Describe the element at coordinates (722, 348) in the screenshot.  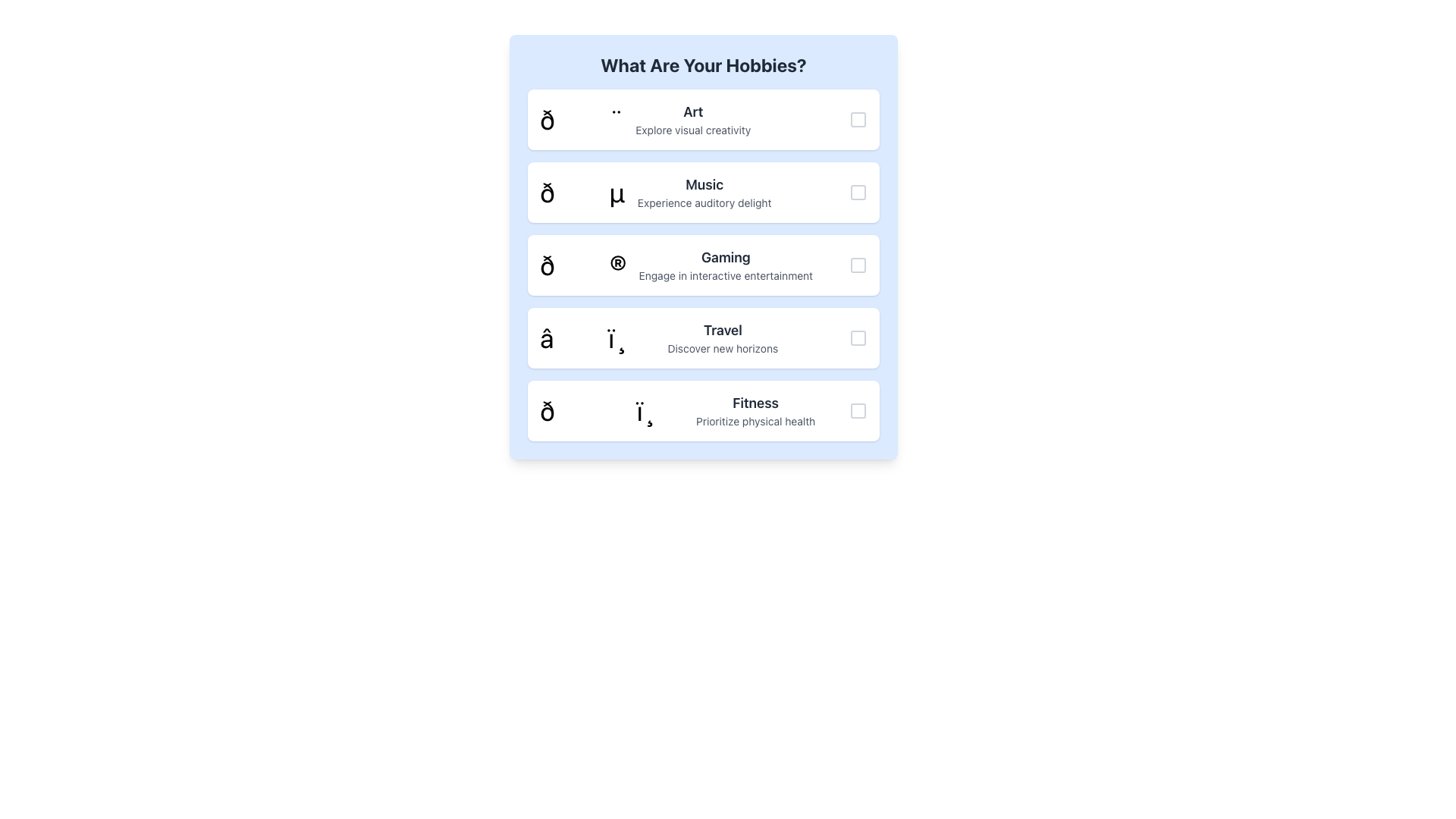
I see `the text label displaying 'Discover new horizons', located under the 'Travel' heading in the fourth card of the hobby category list, for accessibility-related features` at that location.